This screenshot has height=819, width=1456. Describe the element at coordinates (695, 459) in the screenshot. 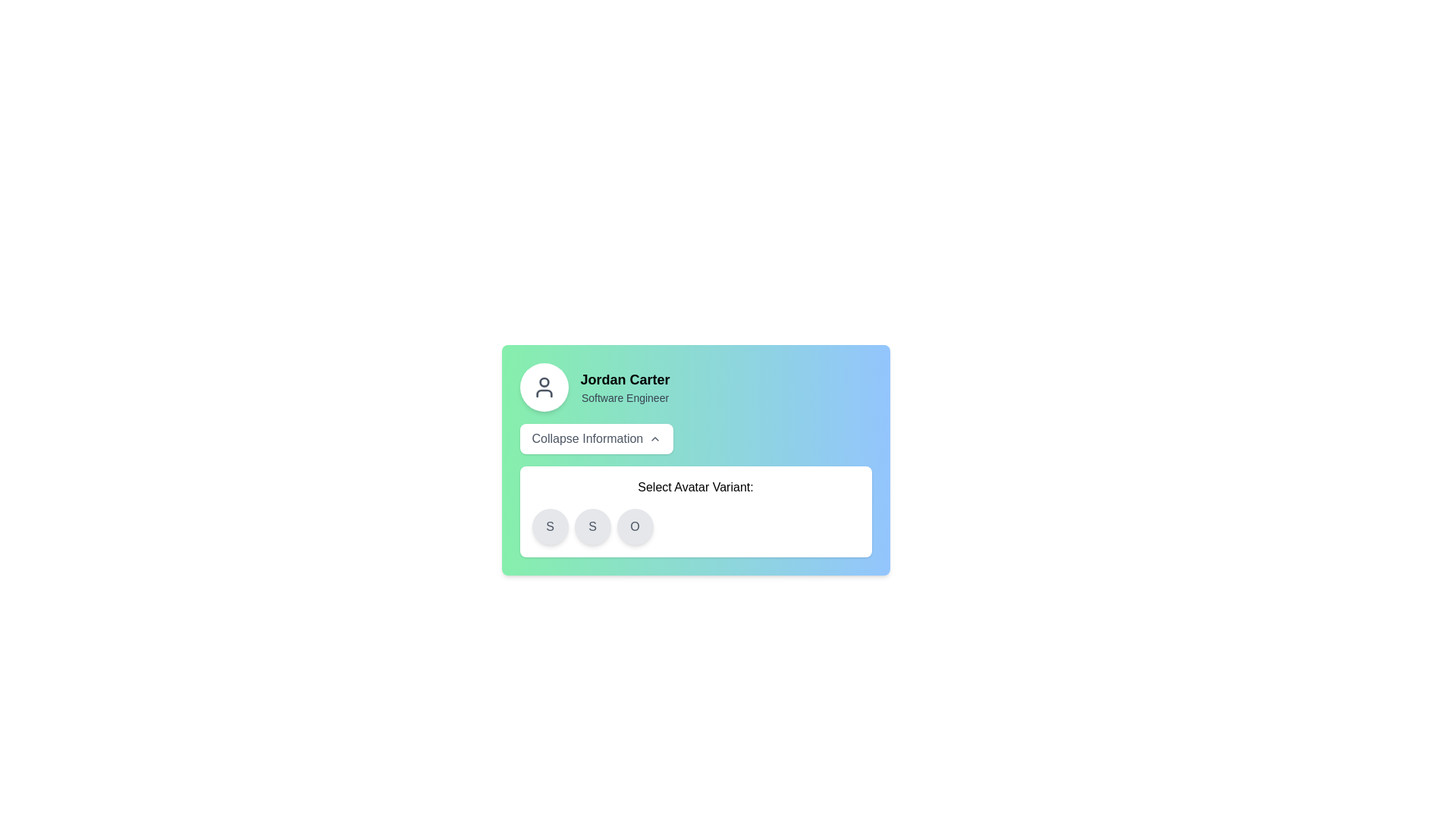

I see `the Information panel displaying user information and avatar selection options` at that location.